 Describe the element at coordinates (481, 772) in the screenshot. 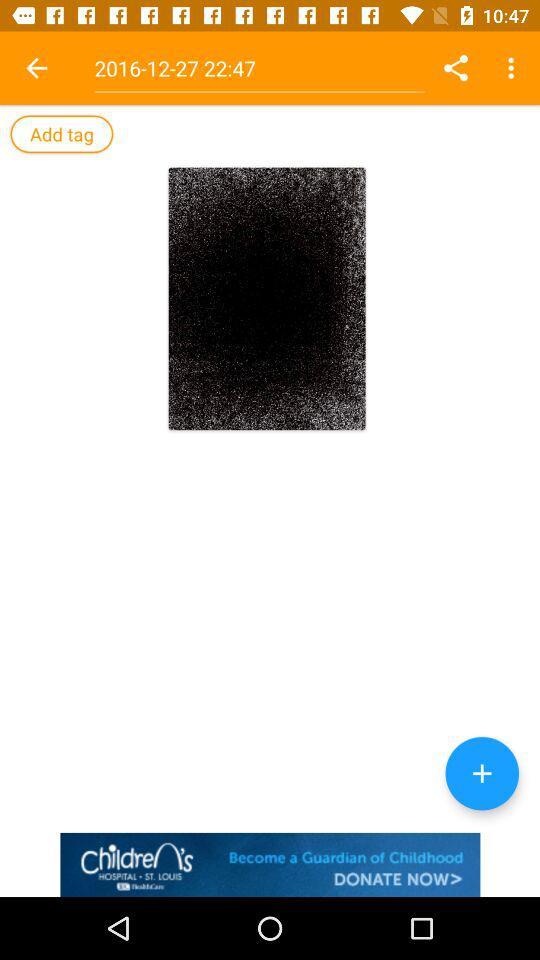

I see `the add icon` at that location.